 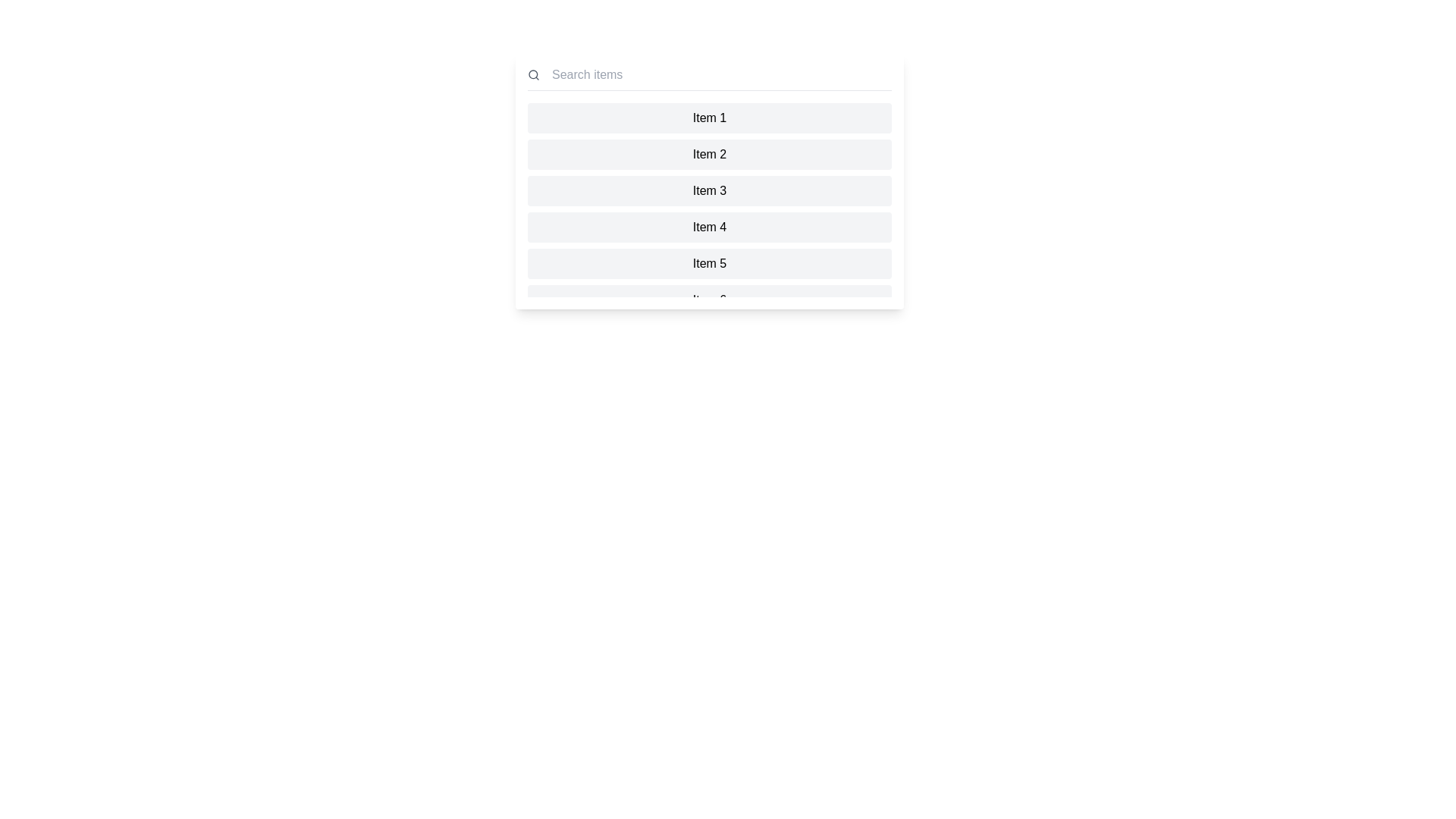 I want to click on the item 4 to highlight it, so click(x=709, y=227).